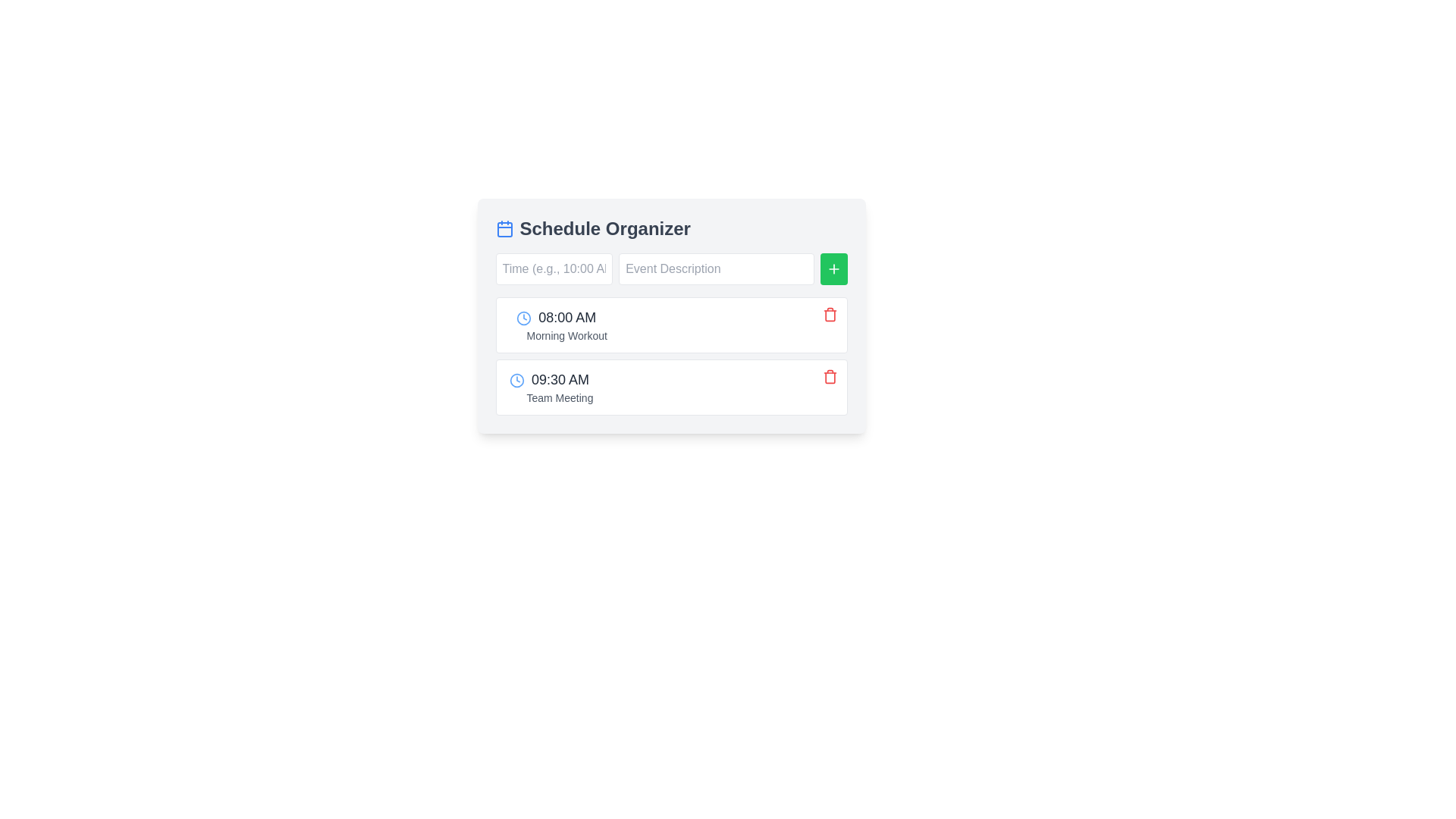  I want to click on the delete button located on the rightmost side of the '09:30 AM Team Meeting' block, so click(829, 376).